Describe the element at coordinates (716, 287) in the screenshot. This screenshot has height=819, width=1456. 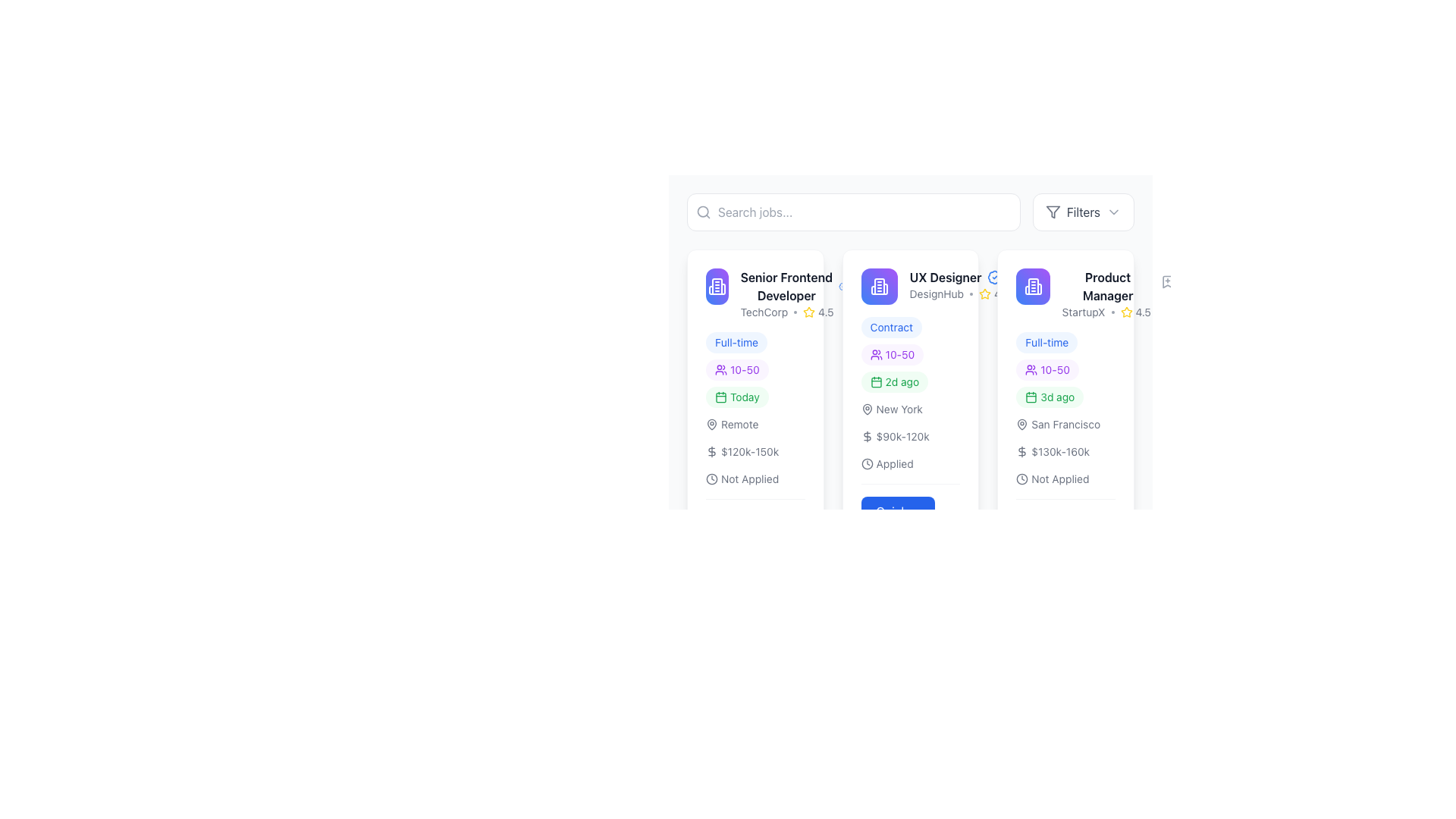
I see `the square icon with a gradient background transitioning from blue to purple, featuring a white building-like symbol in the center, located above the job title 'Senior Frontend Developer'` at that location.